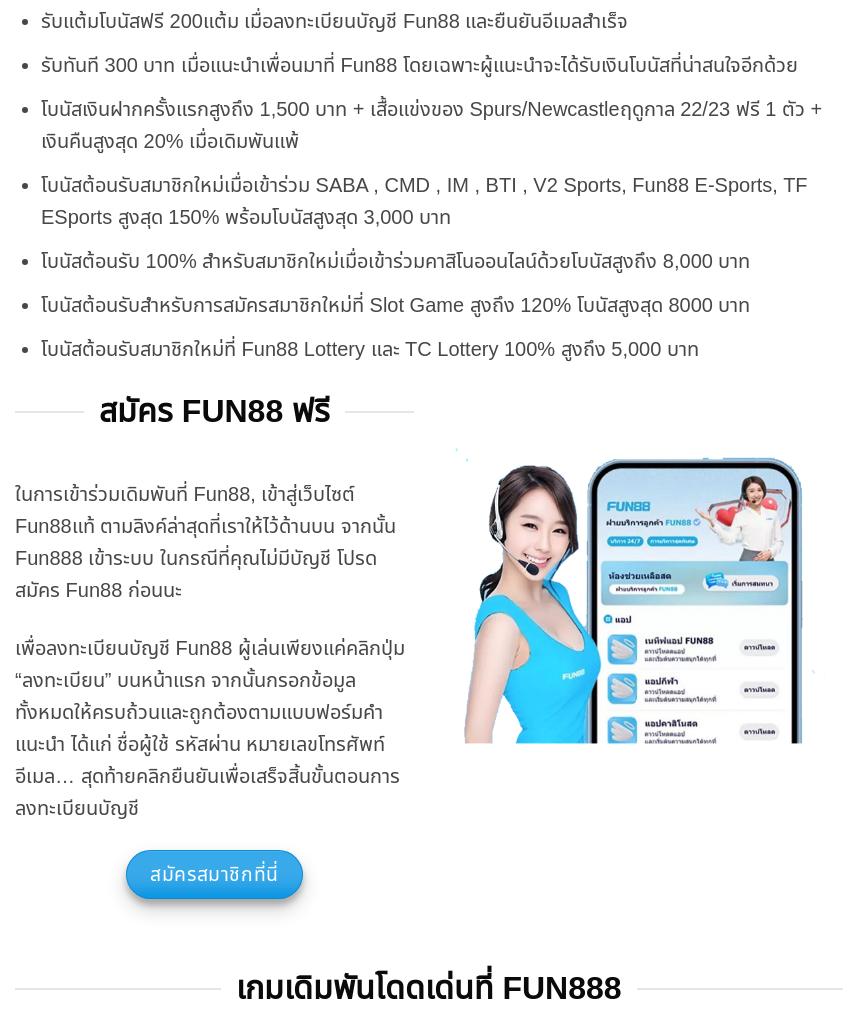 This screenshot has width=858, height=1033. Describe the element at coordinates (394, 259) in the screenshot. I see `'โบนัสต้อนรับ 100% สำหรับสมาชิกใหม่เมื่อเข้าร่วมคาสิโนออนไลน์ด้วยโบนัสสูงถึง 8,000 บาท'` at that location.